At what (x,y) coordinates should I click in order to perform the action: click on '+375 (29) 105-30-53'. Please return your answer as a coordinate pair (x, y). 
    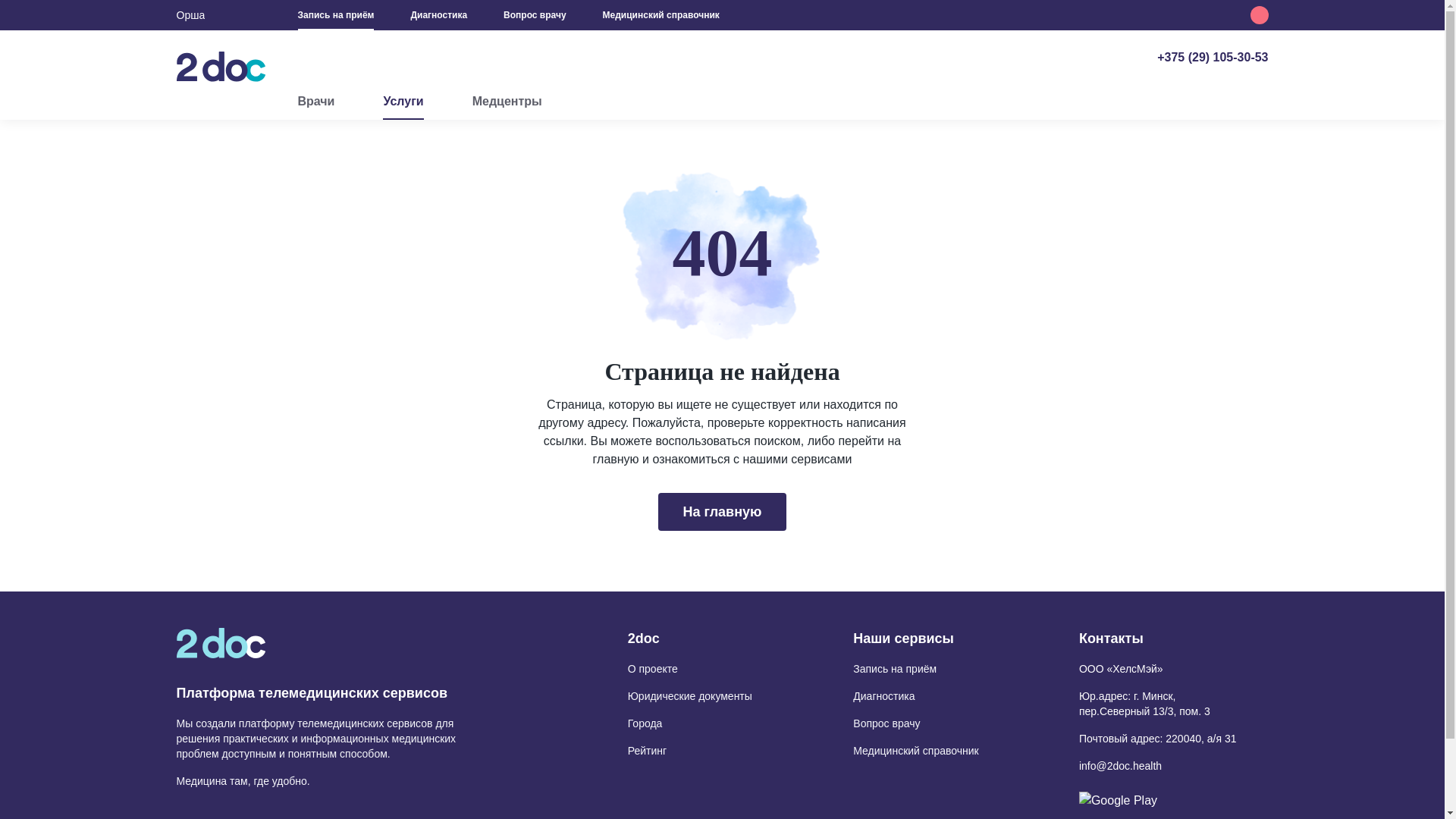
    Looking at the image, I should click on (1156, 56).